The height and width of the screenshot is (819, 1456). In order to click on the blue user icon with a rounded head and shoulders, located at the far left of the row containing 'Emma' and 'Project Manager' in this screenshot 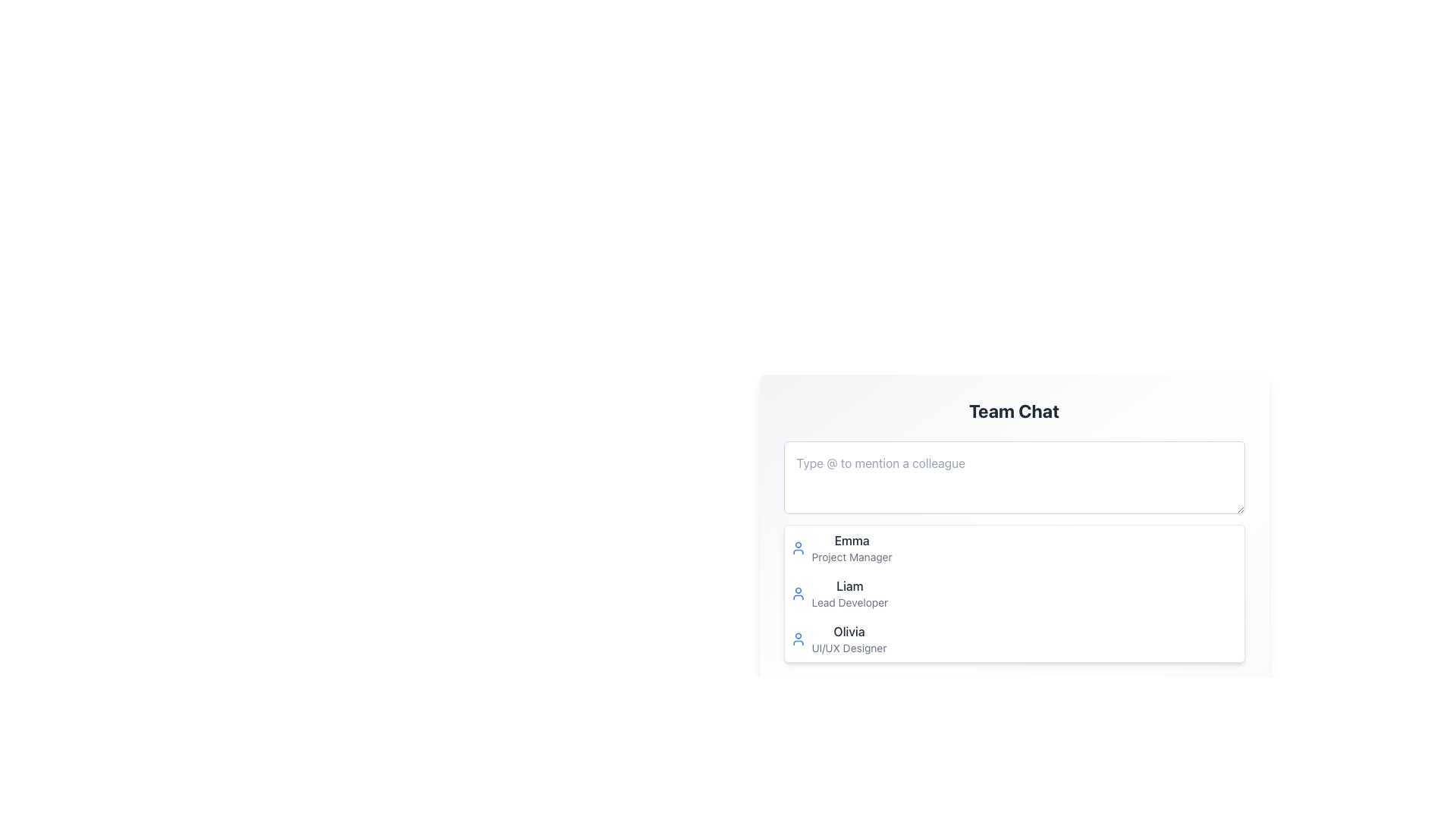, I will do `click(797, 548)`.